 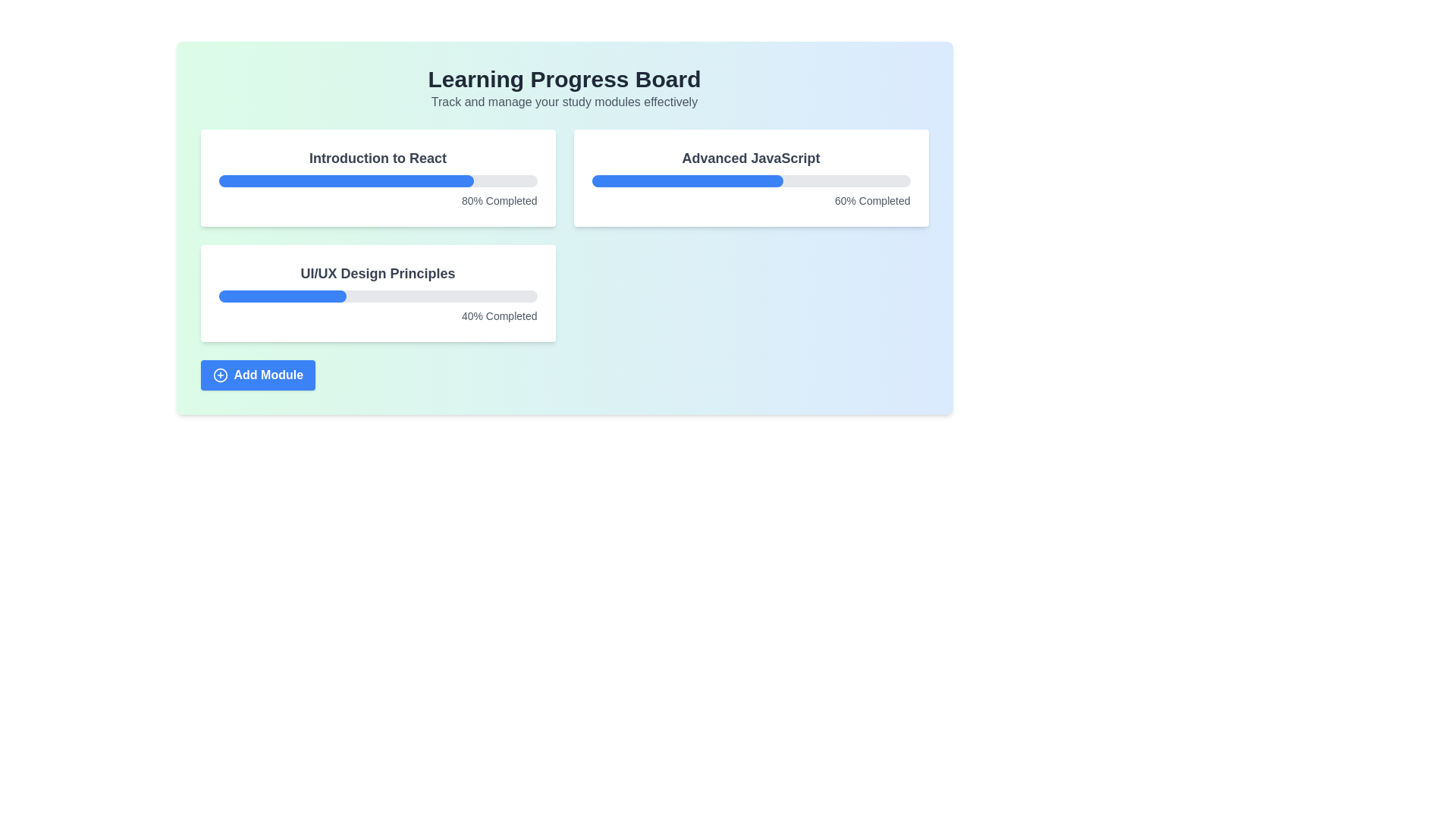 What do you see at coordinates (751, 158) in the screenshot?
I see `the text label displaying 'Advanced JavaScript' in bold, dark gray font at the top-right of the card` at bounding box center [751, 158].